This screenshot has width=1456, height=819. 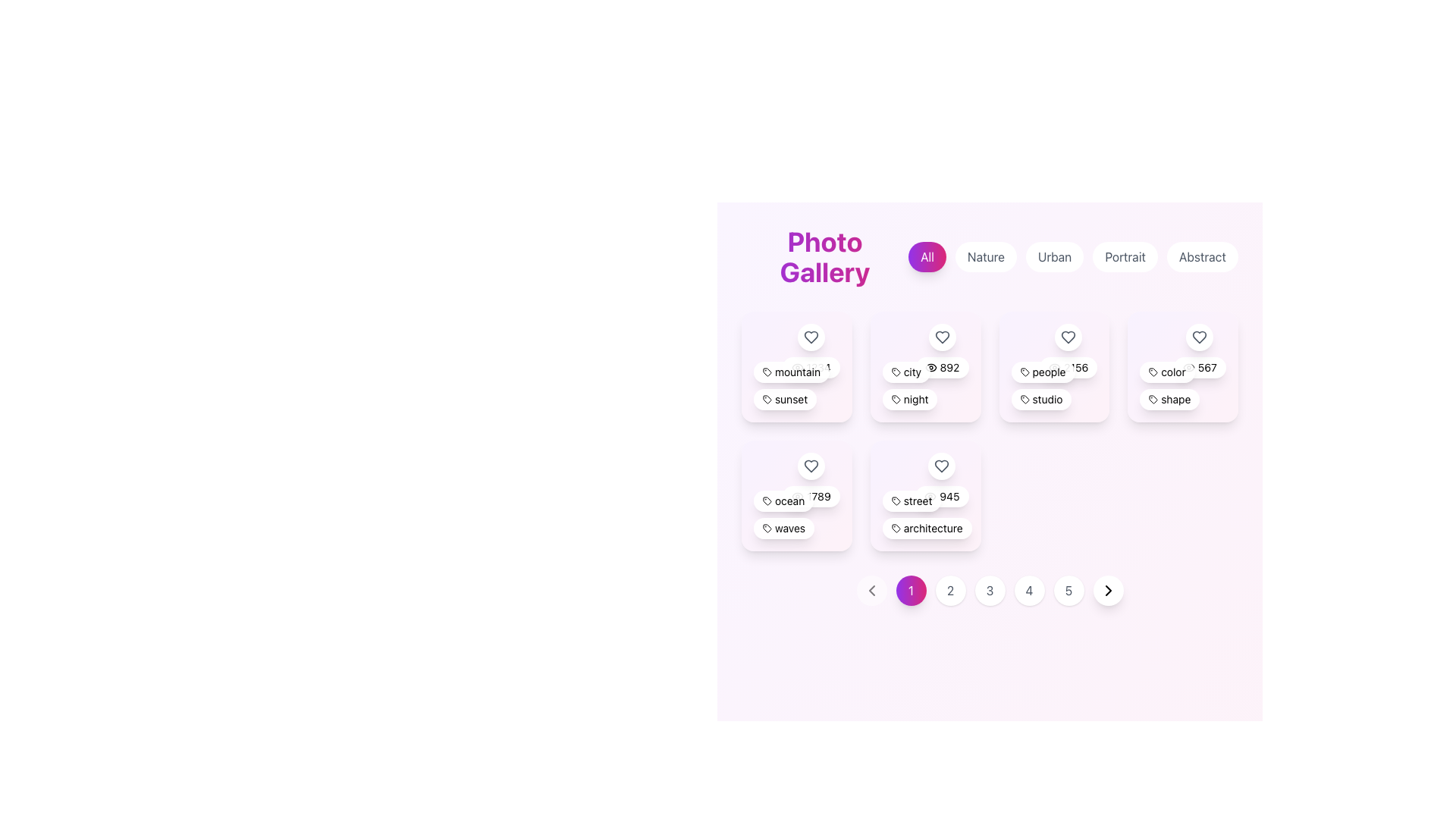 What do you see at coordinates (1108, 589) in the screenshot?
I see `the pagination icon button located to the right of the number '5' to trigger a highlight effect` at bounding box center [1108, 589].